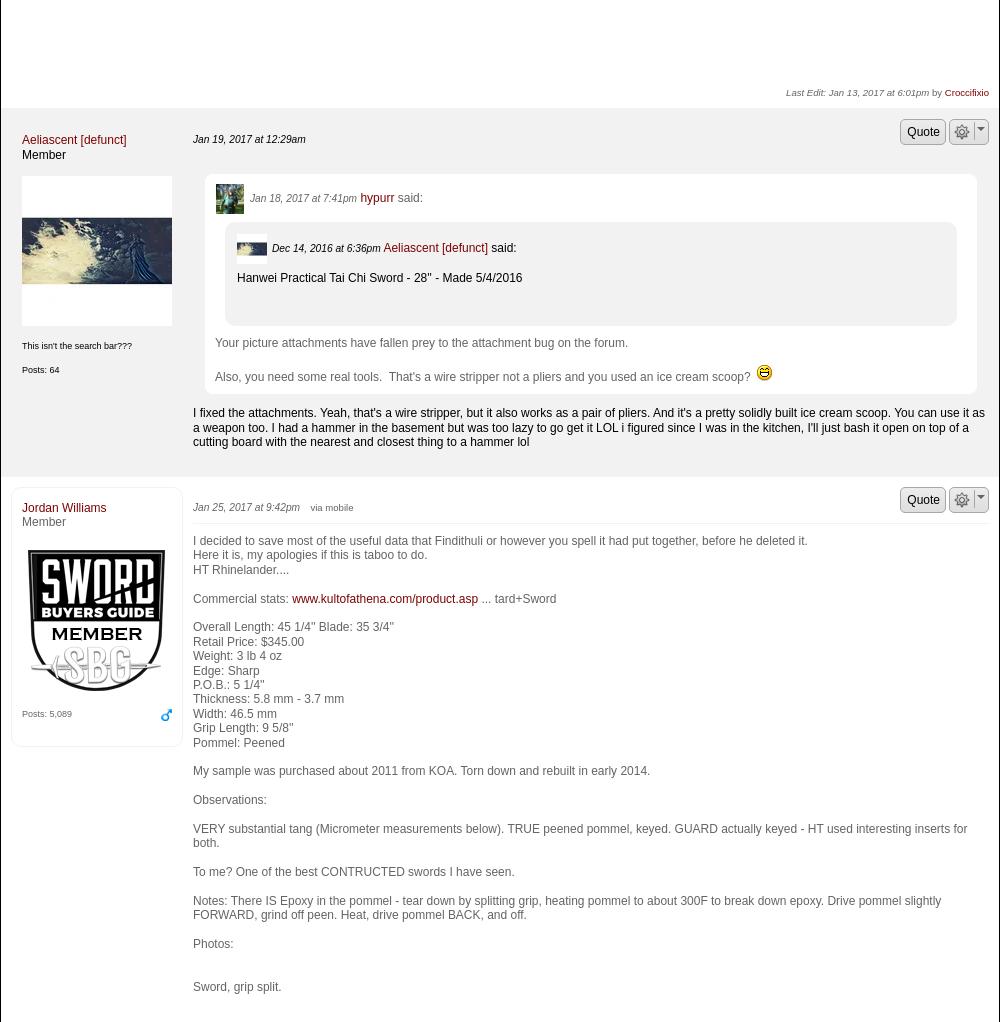  What do you see at coordinates (242, 727) in the screenshot?
I see `'Grip Length: 9 5/8'''` at bounding box center [242, 727].